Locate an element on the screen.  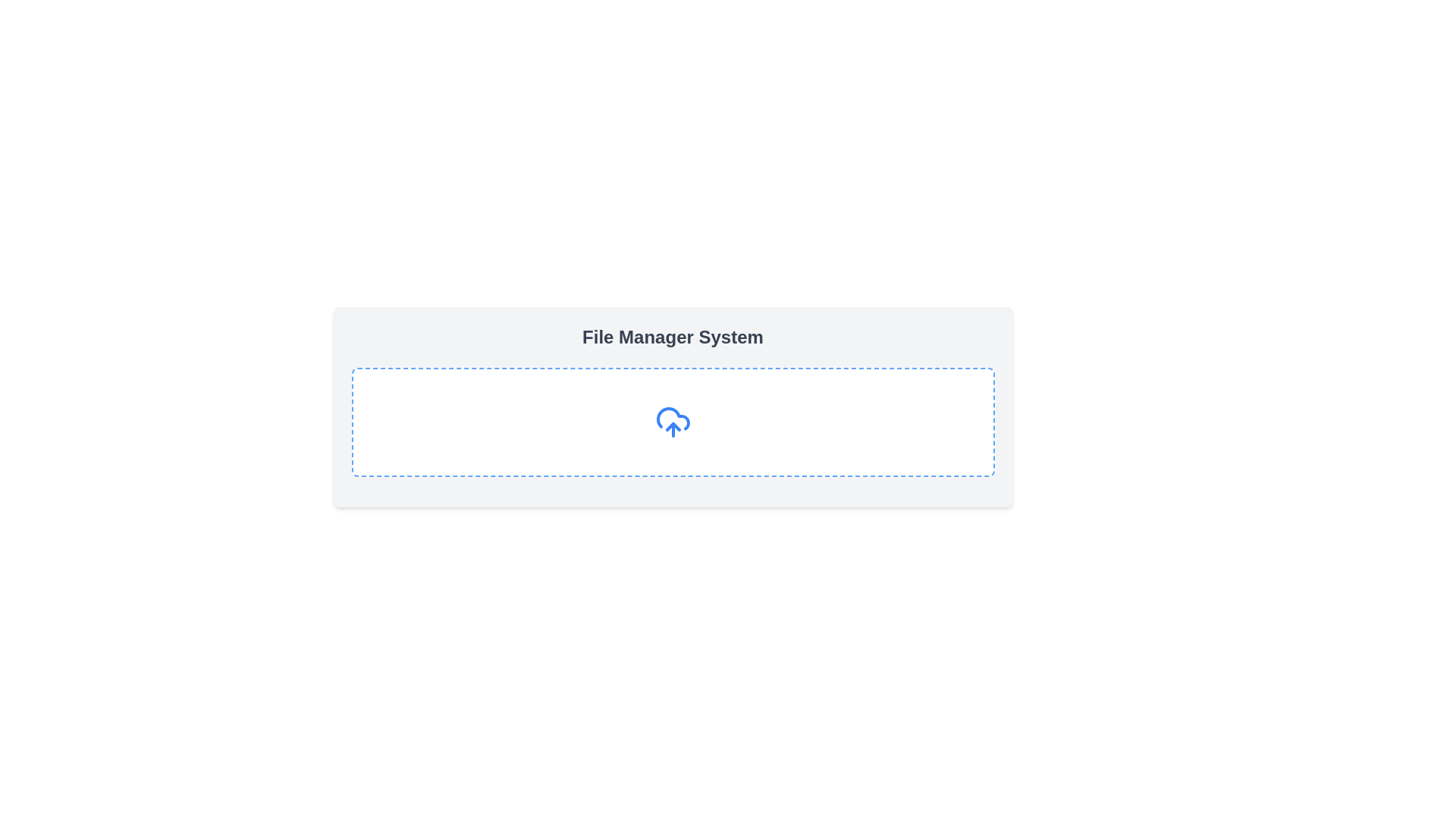
the blue cloud icon with an upward arrow, which symbolizes an upload action, located in the center of the dashed rectangular area beneath the header 'File Manager System' is located at coordinates (672, 422).